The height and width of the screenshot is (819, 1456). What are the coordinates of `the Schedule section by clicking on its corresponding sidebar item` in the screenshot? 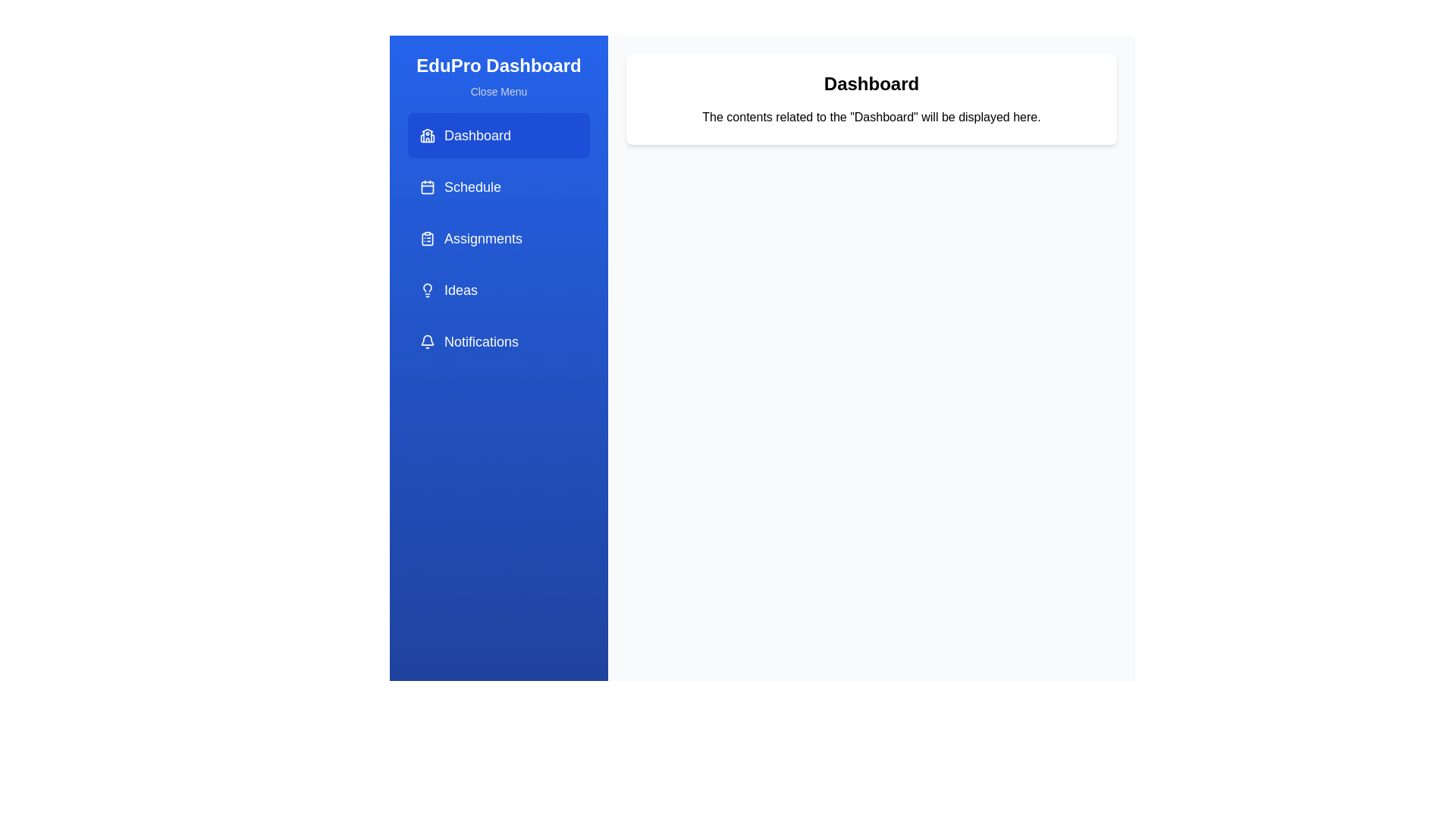 It's located at (498, 186).